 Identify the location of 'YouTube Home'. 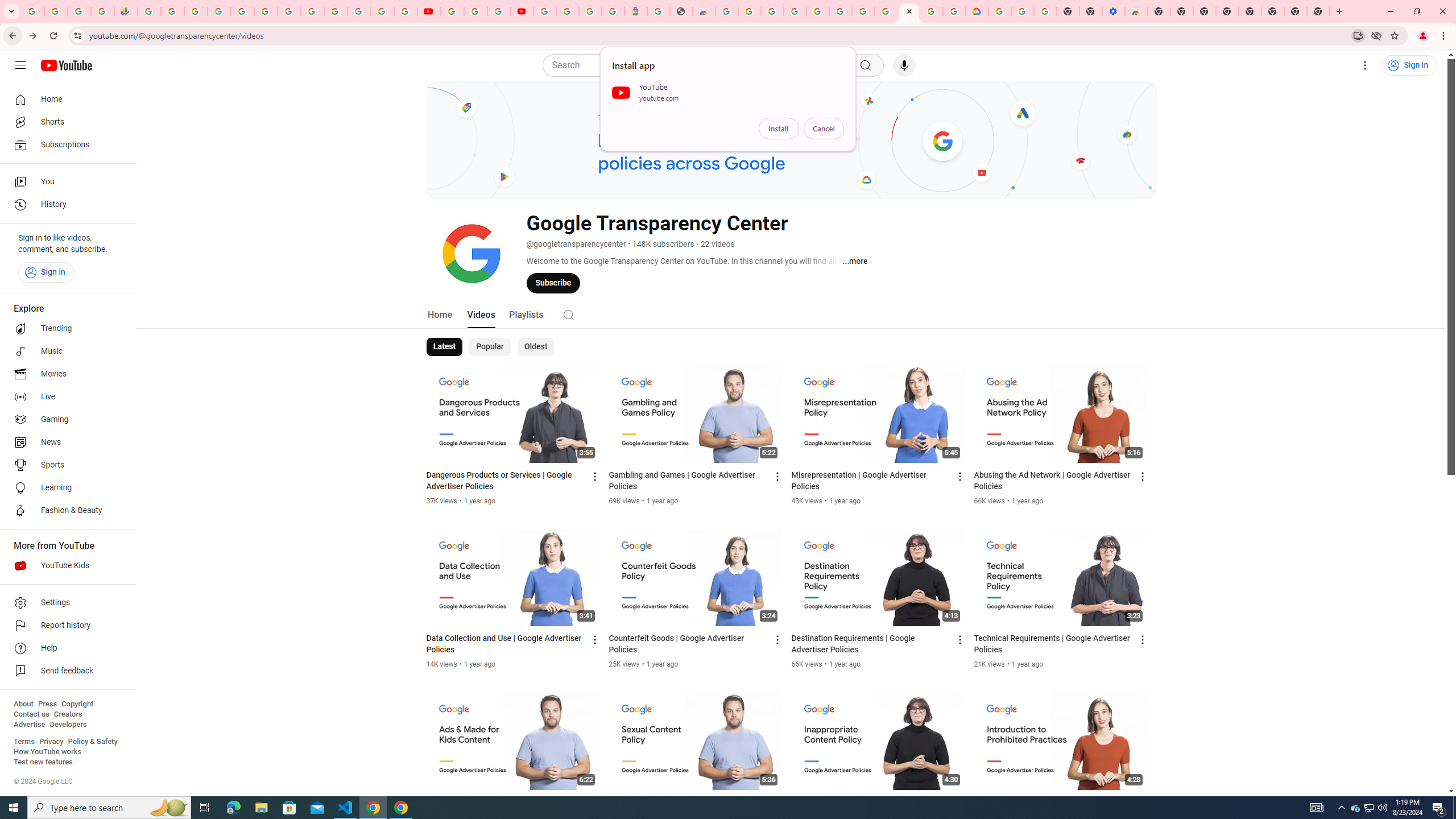
(65, 65).